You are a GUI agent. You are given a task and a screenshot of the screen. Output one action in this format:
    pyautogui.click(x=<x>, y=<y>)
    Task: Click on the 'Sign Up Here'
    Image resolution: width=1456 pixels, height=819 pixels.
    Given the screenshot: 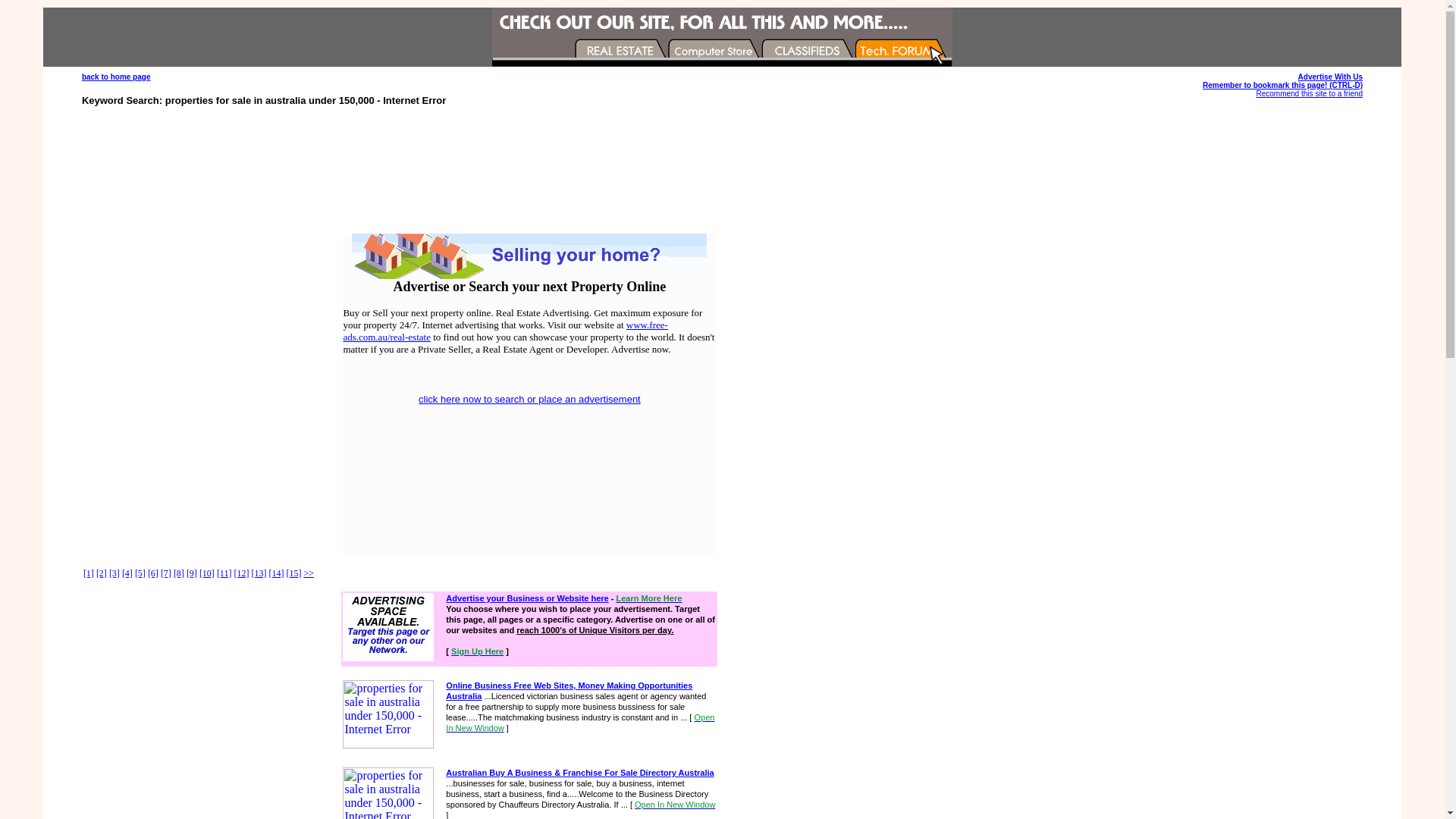 What is the action you would take?
    pyautogui.click(x=476, y=651)
    